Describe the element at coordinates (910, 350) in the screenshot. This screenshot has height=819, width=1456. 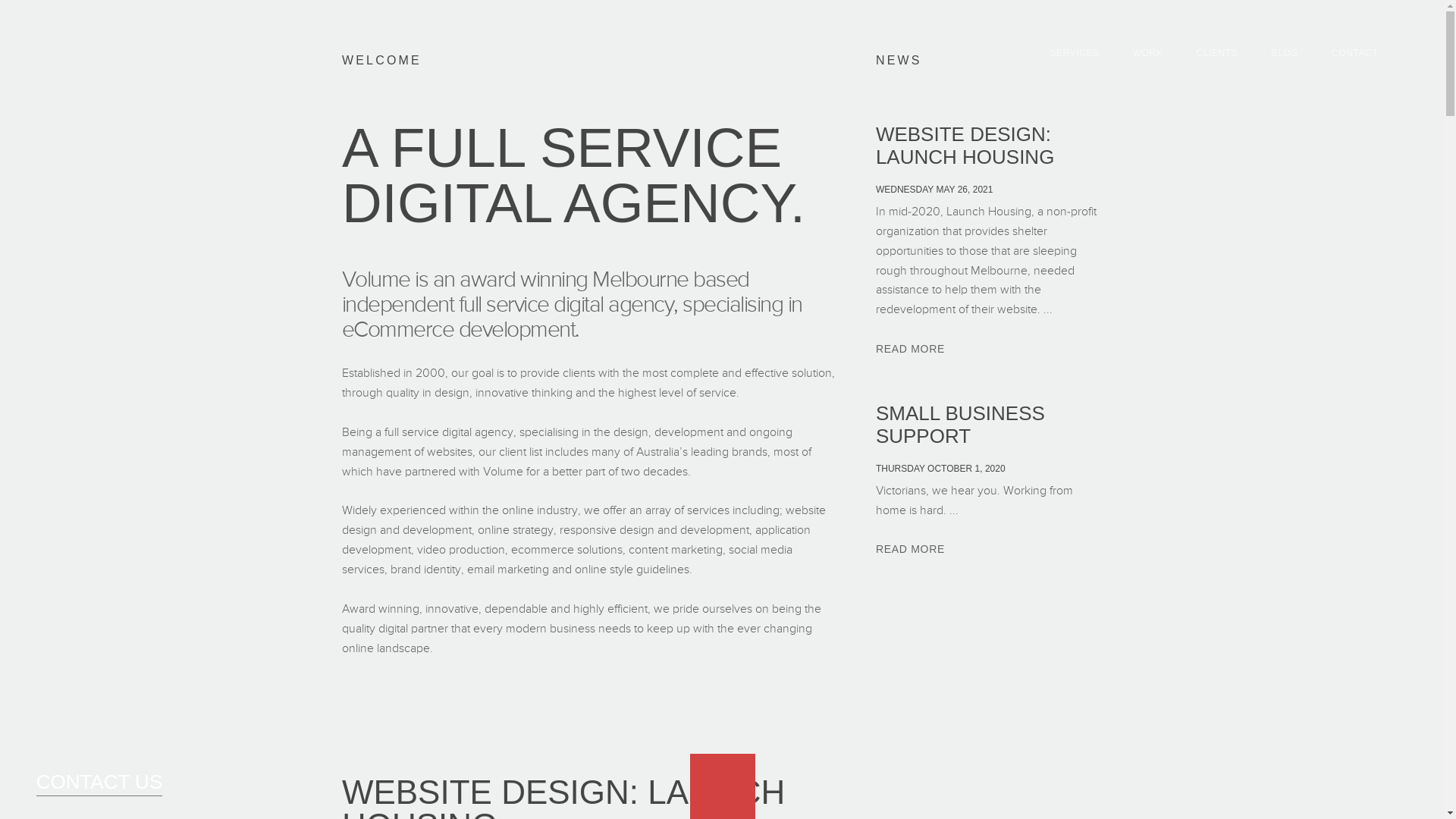
I see `'READ MORE'` at that location.